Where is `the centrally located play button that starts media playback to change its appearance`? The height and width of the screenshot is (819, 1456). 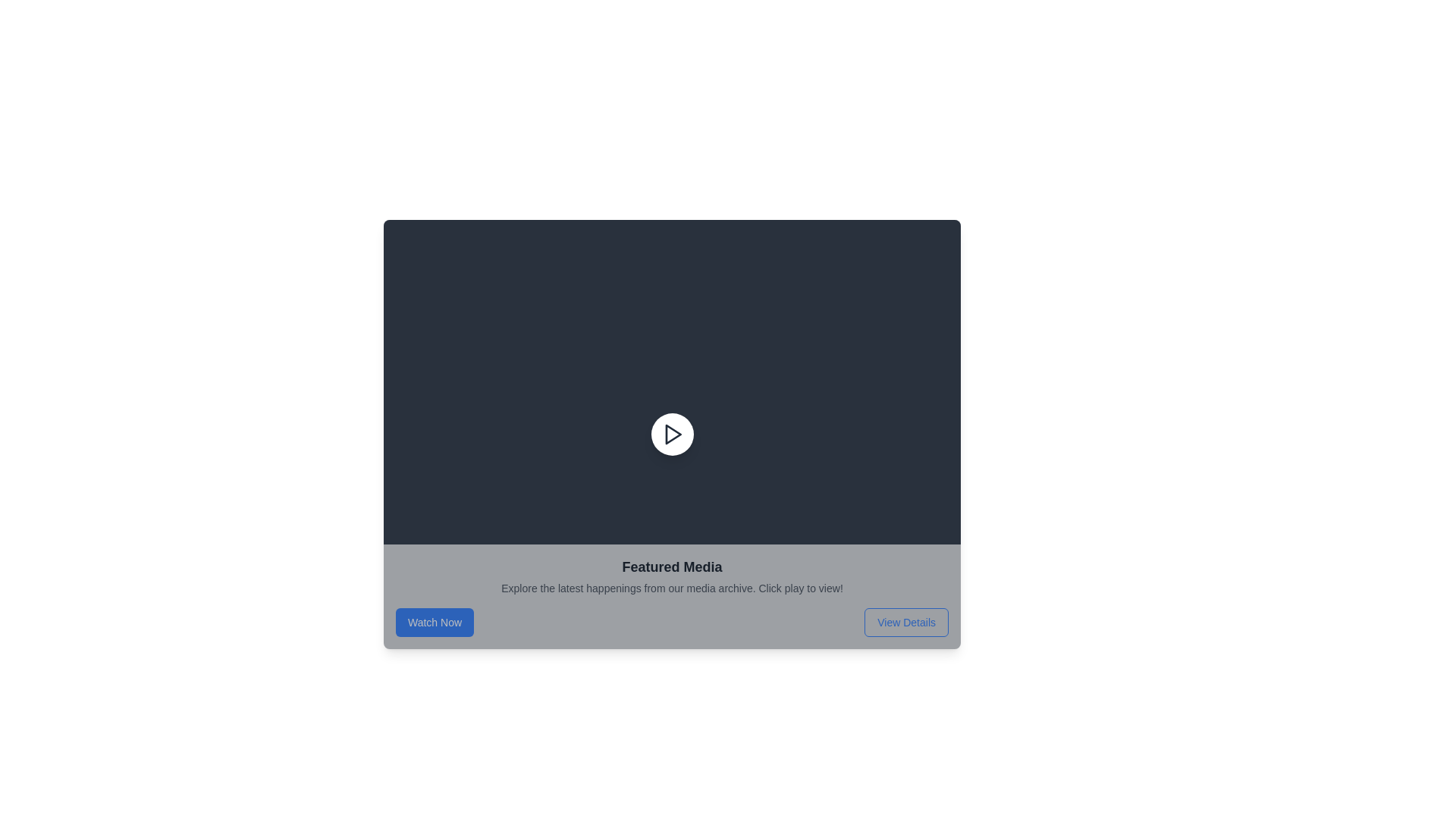 the centrally located play button that starts media playback to change its appearance is located at coordinates (671, 435).